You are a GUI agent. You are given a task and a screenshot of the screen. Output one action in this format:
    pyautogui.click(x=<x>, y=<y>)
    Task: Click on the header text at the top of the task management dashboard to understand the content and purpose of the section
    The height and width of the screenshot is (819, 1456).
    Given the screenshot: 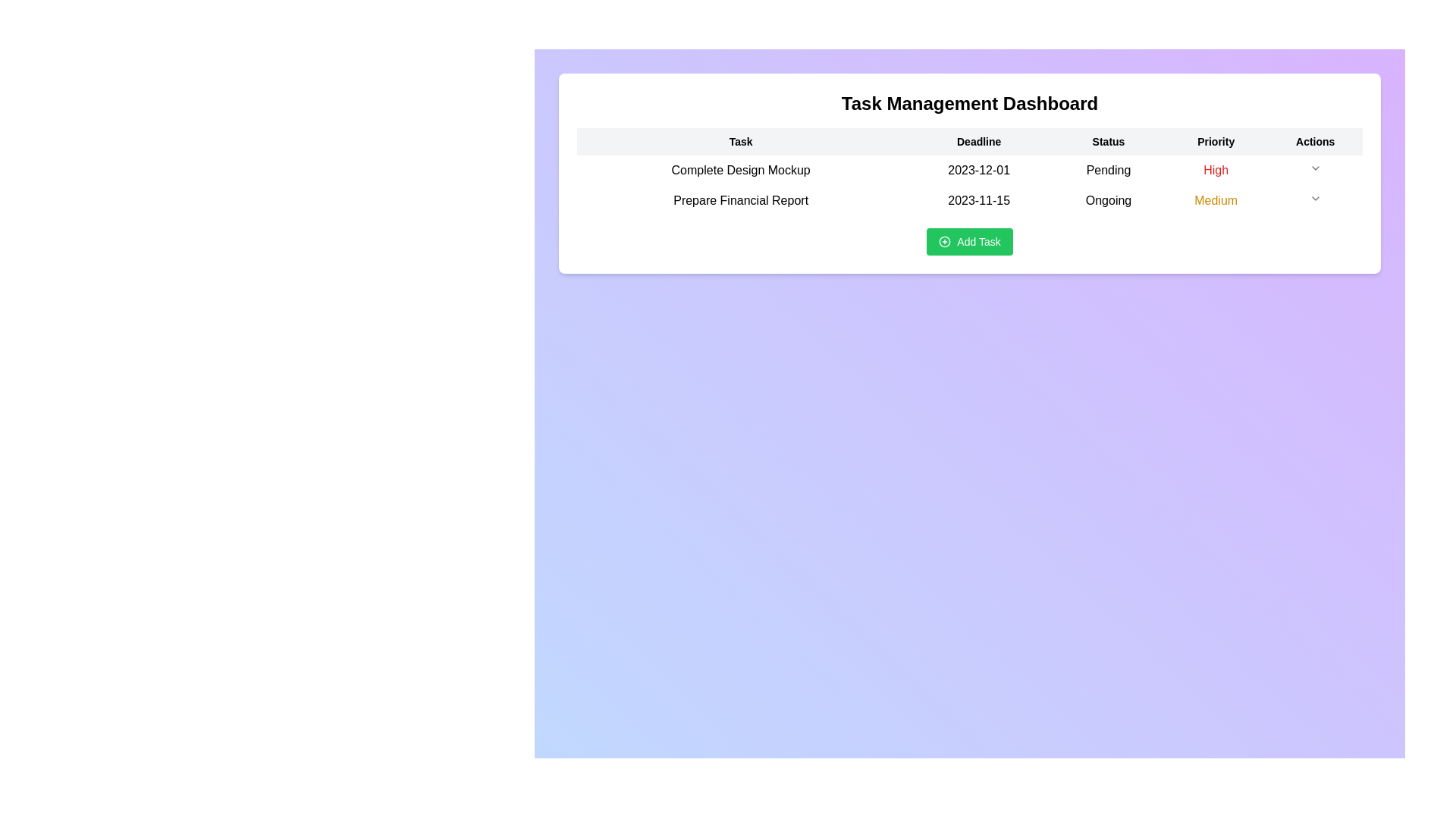 What is the action you would take?
    pyautogui.click(x=968, y=103)
    